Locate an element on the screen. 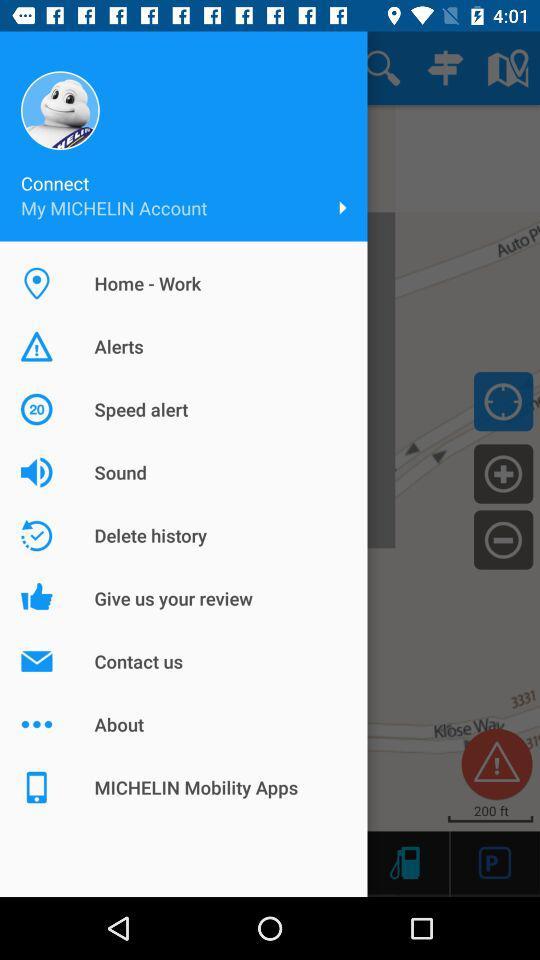  the minus icon is located at coordinates (502, 538).